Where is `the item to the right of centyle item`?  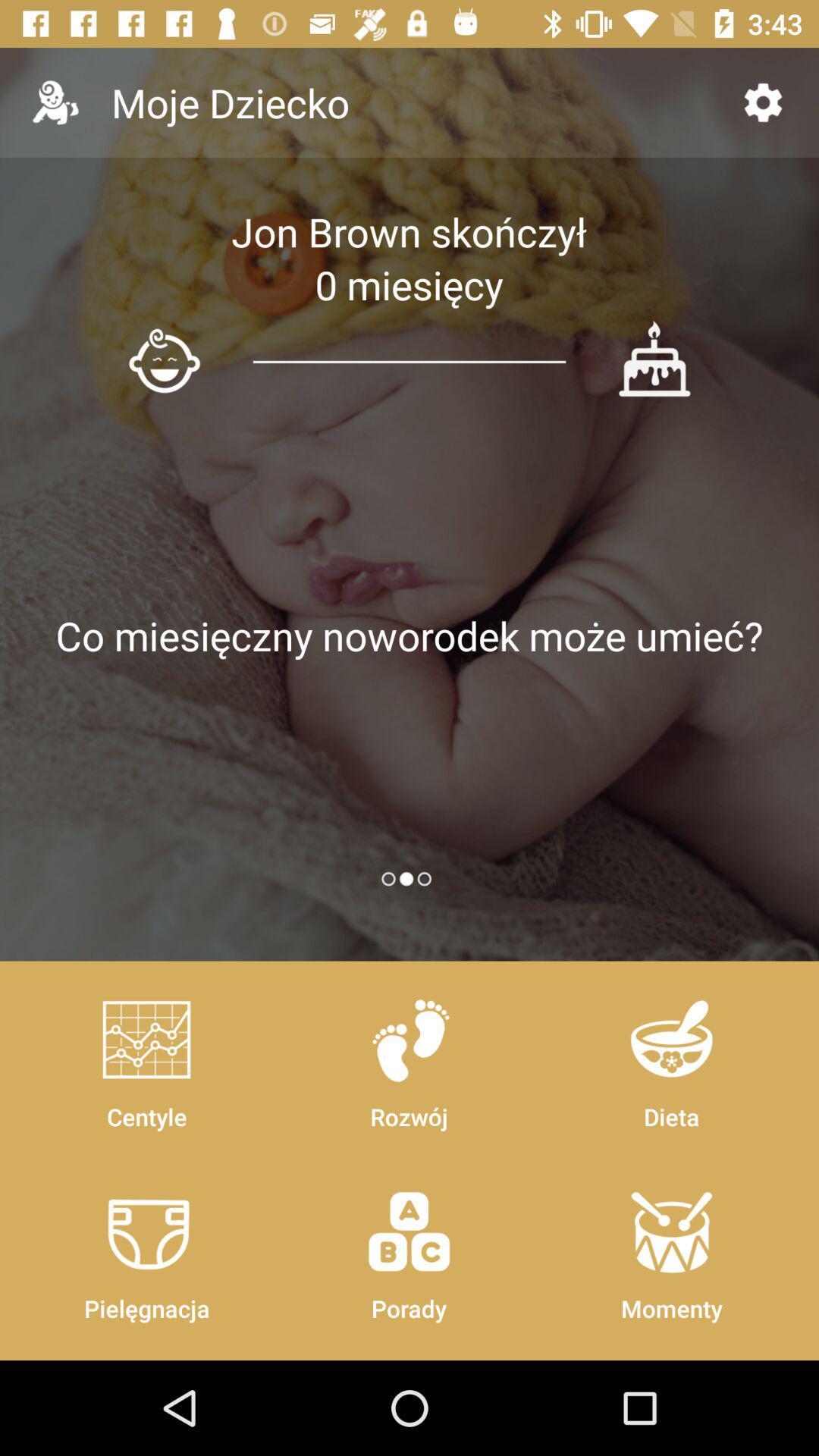 the item to the right of centyle item is located at coordinates (408, 1248).